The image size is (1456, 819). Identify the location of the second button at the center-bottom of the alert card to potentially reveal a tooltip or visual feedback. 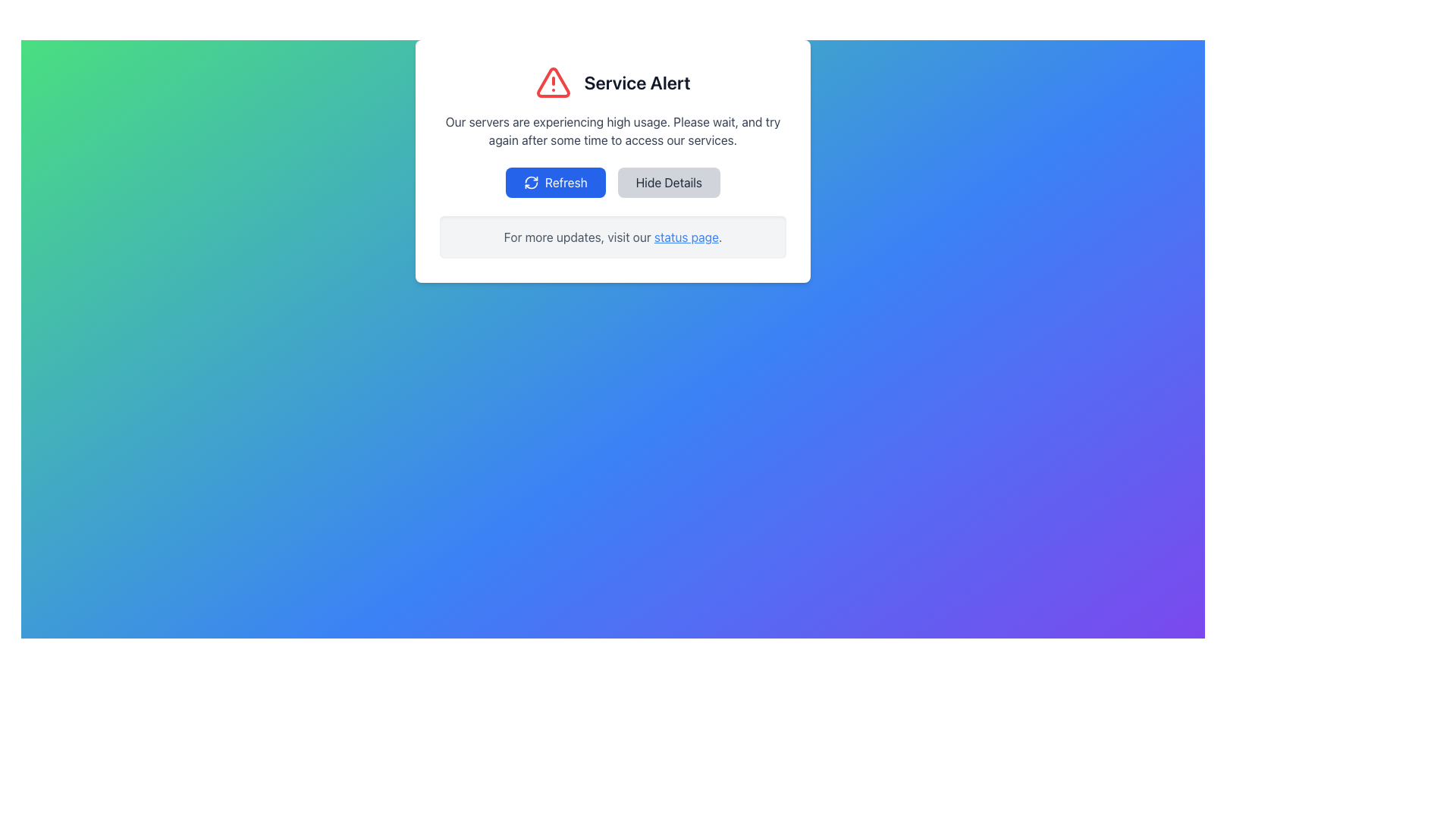
(668, 181).